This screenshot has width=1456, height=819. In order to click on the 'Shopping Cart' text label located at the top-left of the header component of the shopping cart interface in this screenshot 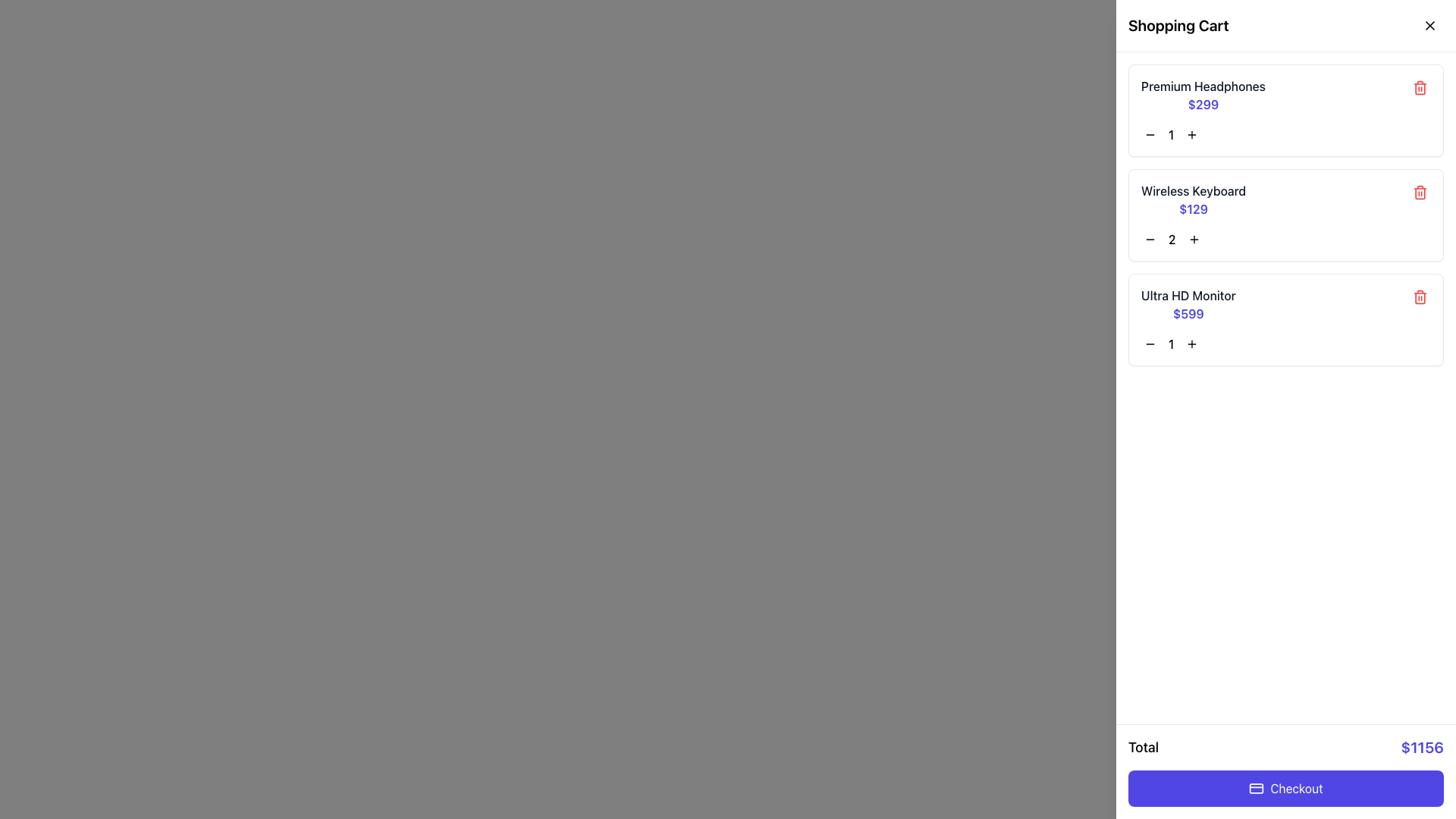, I will do `click(1178, 26)`.